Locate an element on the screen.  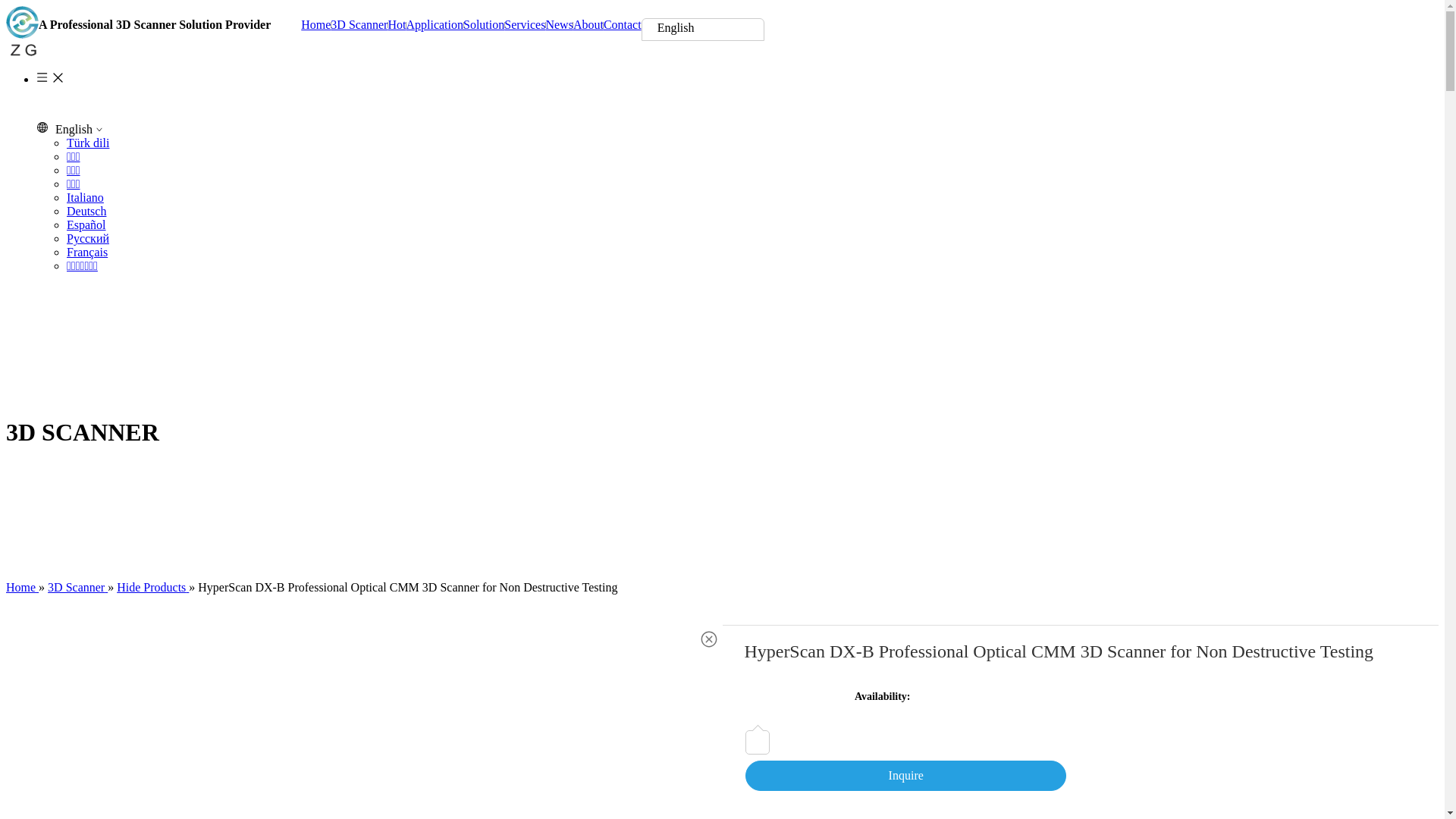
'News' is located at coordinates (558, 25).